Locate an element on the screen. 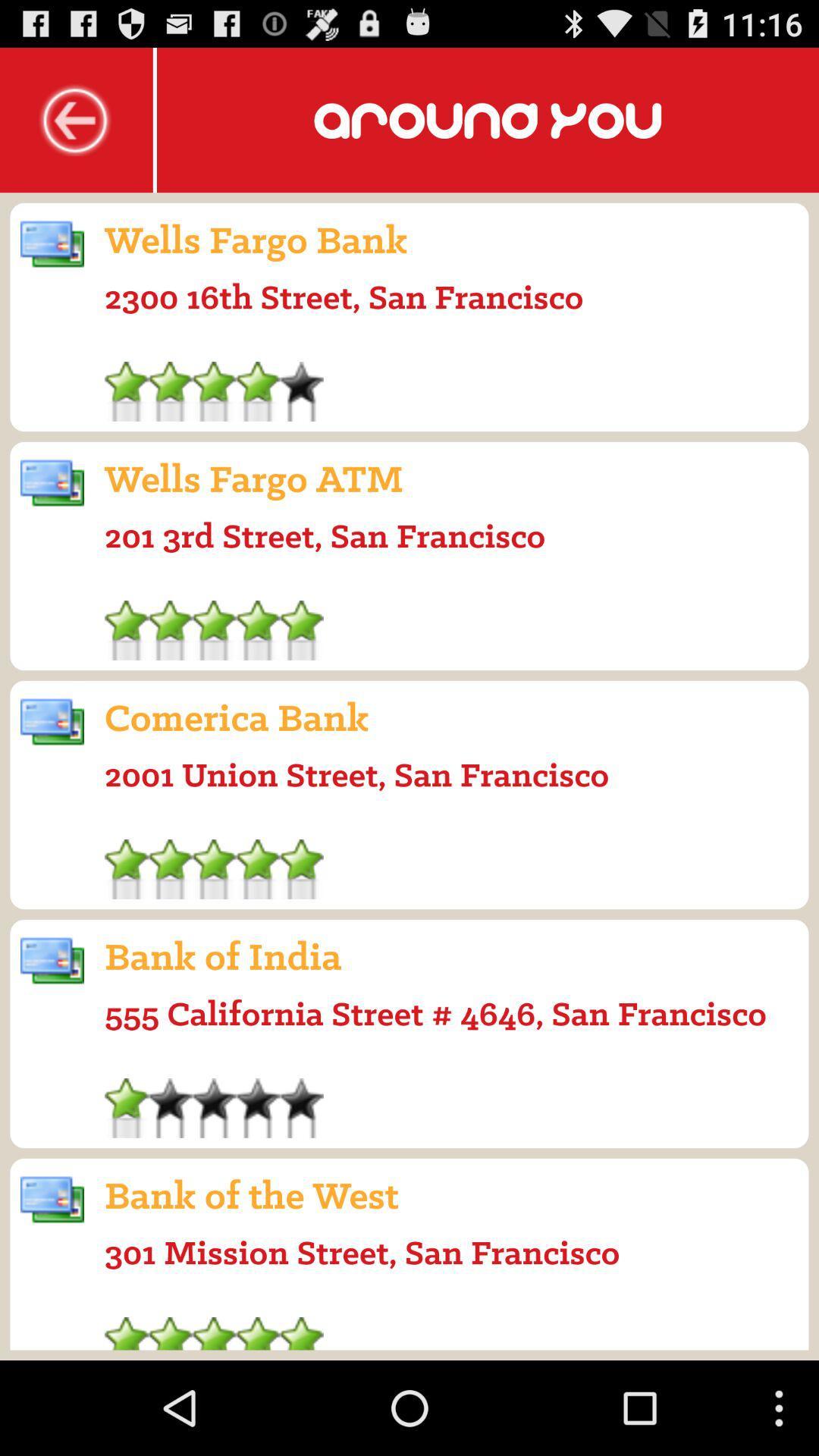 The height and width of the screenshot is (1456, 819). the 2nd image on the web page is located at coordinates (52, 483).